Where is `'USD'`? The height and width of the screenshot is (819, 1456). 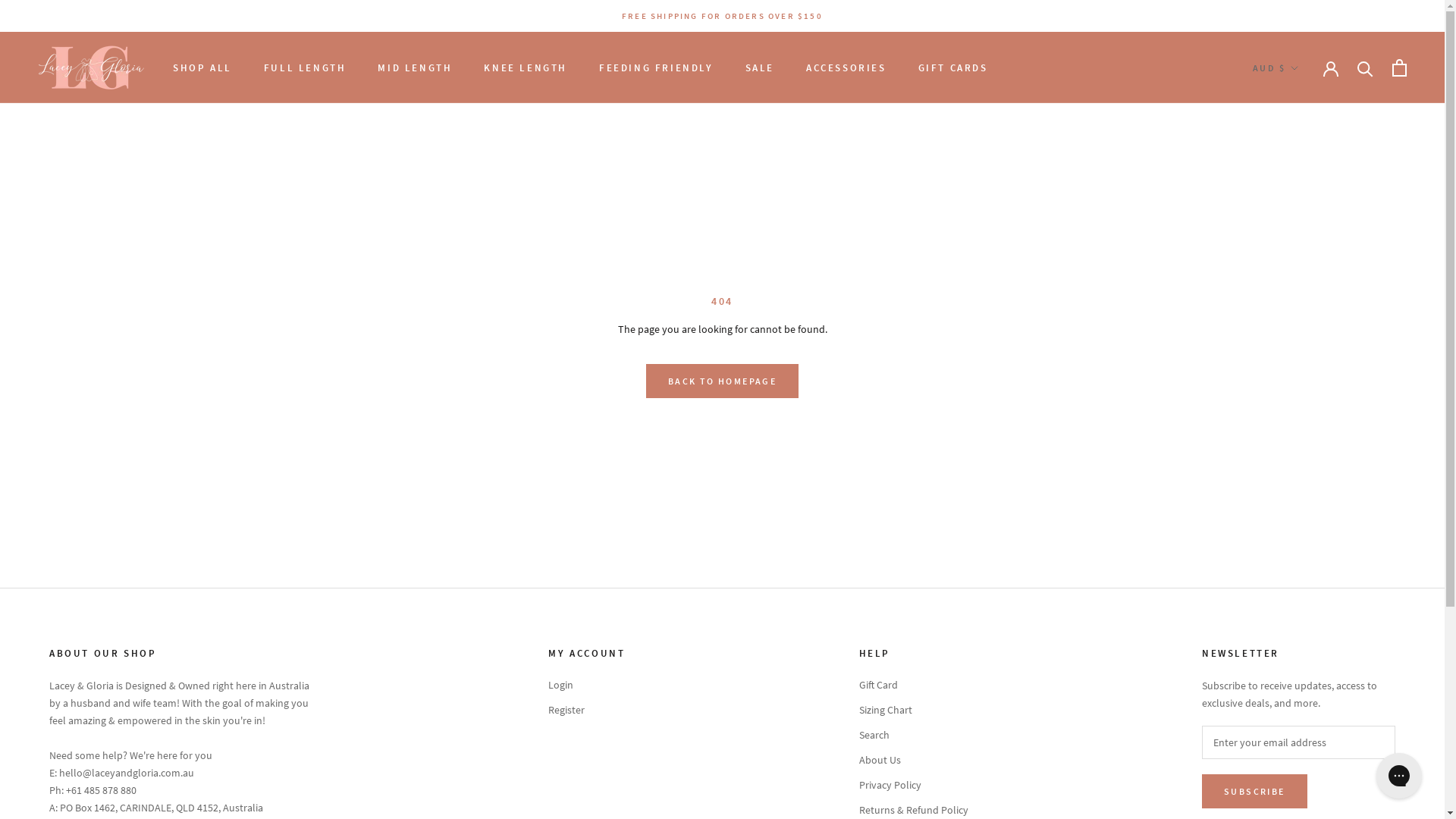
'USD' is located at coordinates (1292, 237).